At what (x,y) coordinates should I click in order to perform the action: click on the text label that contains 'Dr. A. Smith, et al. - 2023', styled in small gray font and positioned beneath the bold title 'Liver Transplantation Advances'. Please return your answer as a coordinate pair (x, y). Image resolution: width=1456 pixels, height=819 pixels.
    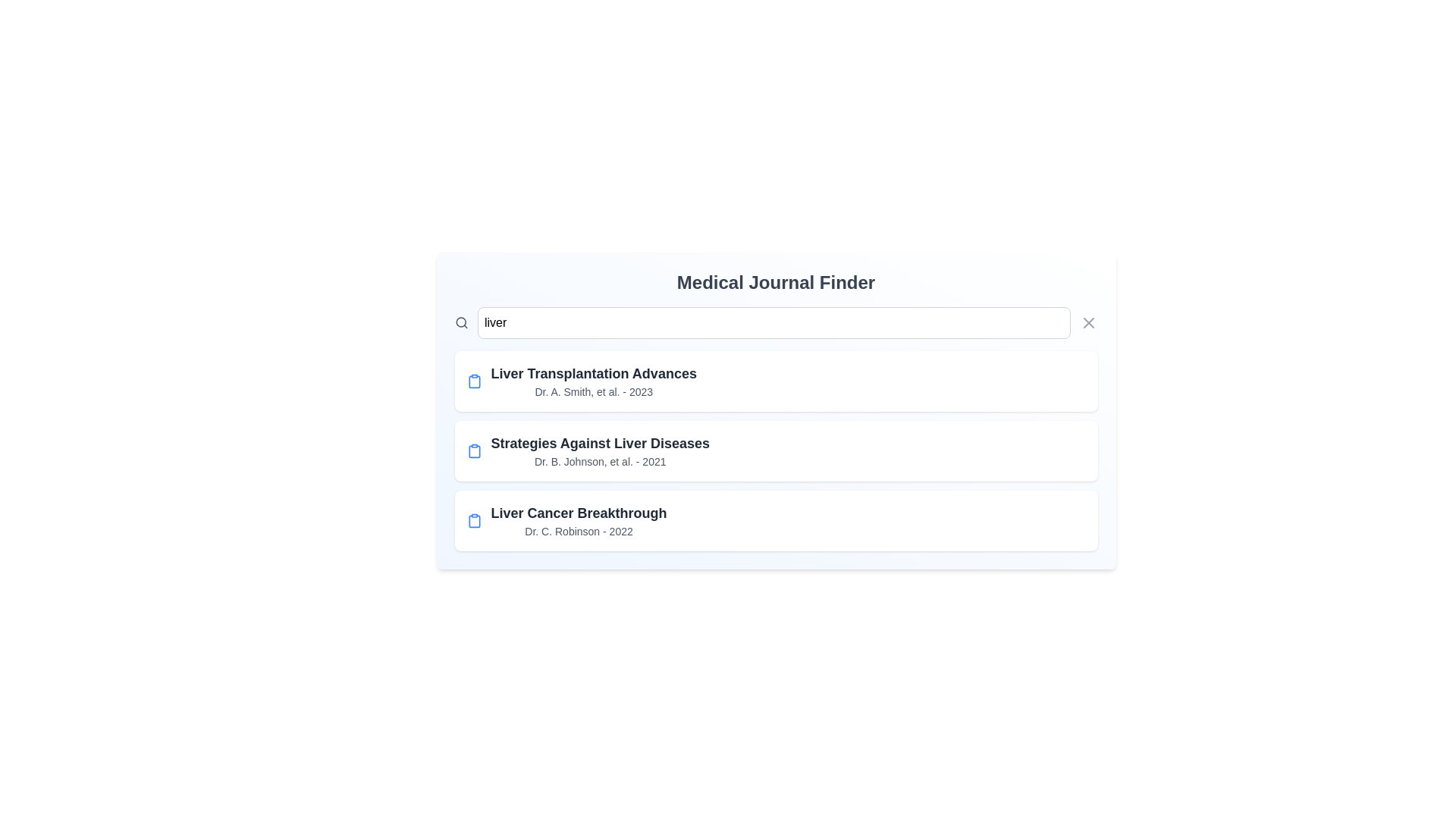
    Looking at the image, I should click on (593, 391).